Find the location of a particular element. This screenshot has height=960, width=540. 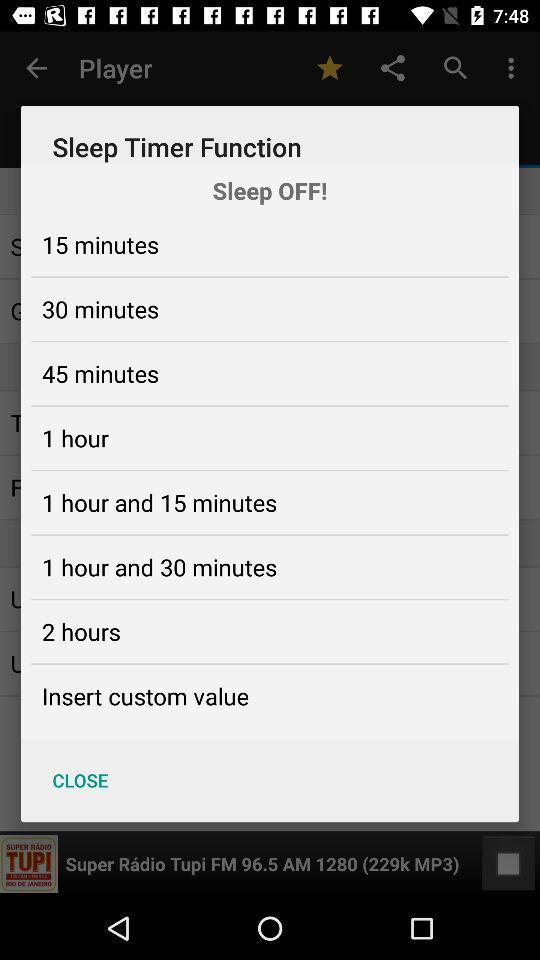

the 45 minutes icon is located at coordinates (99, 372).